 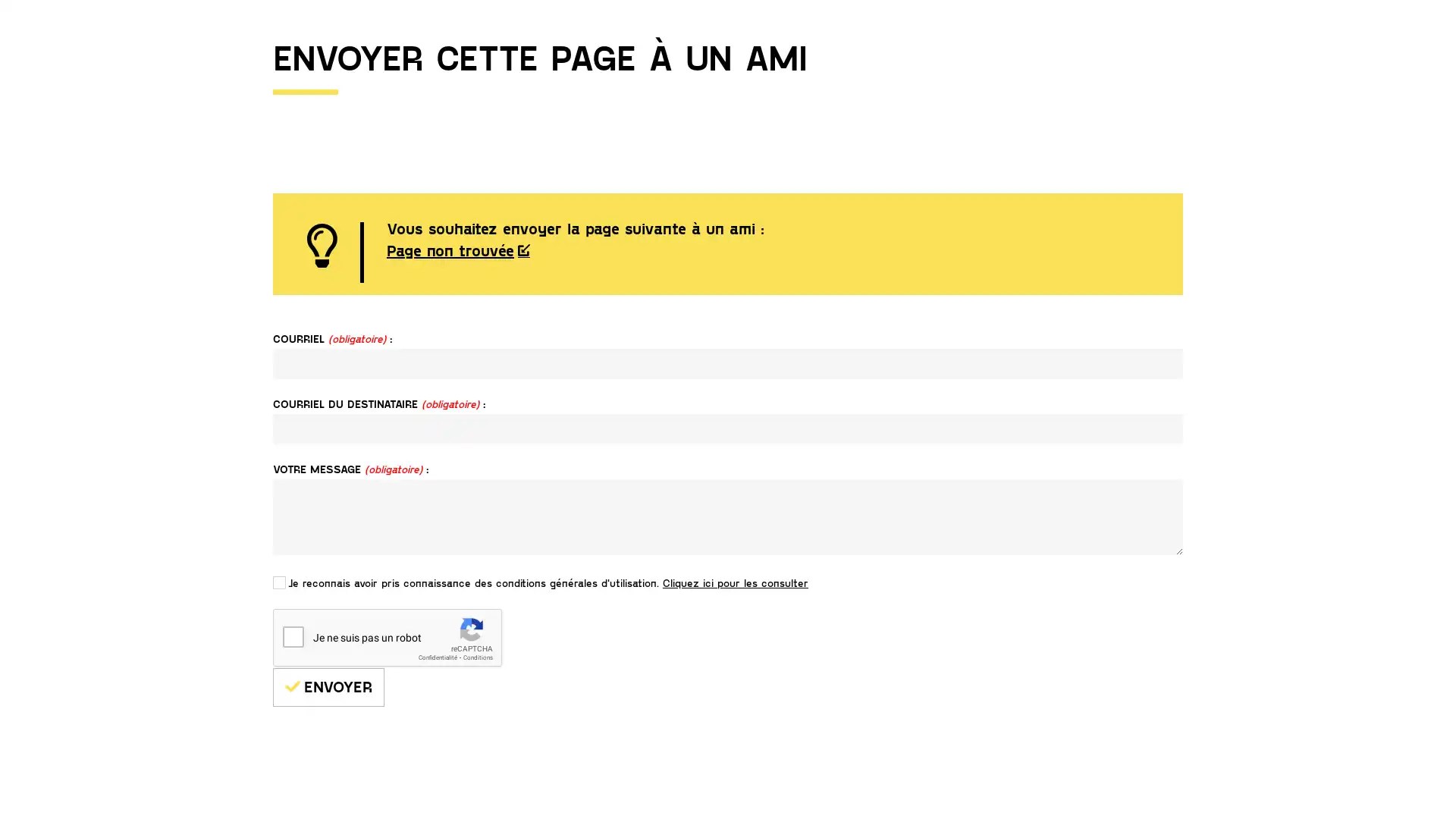 I want to click on Cliquez ici pour les consulter, so click(x=735, y=581).